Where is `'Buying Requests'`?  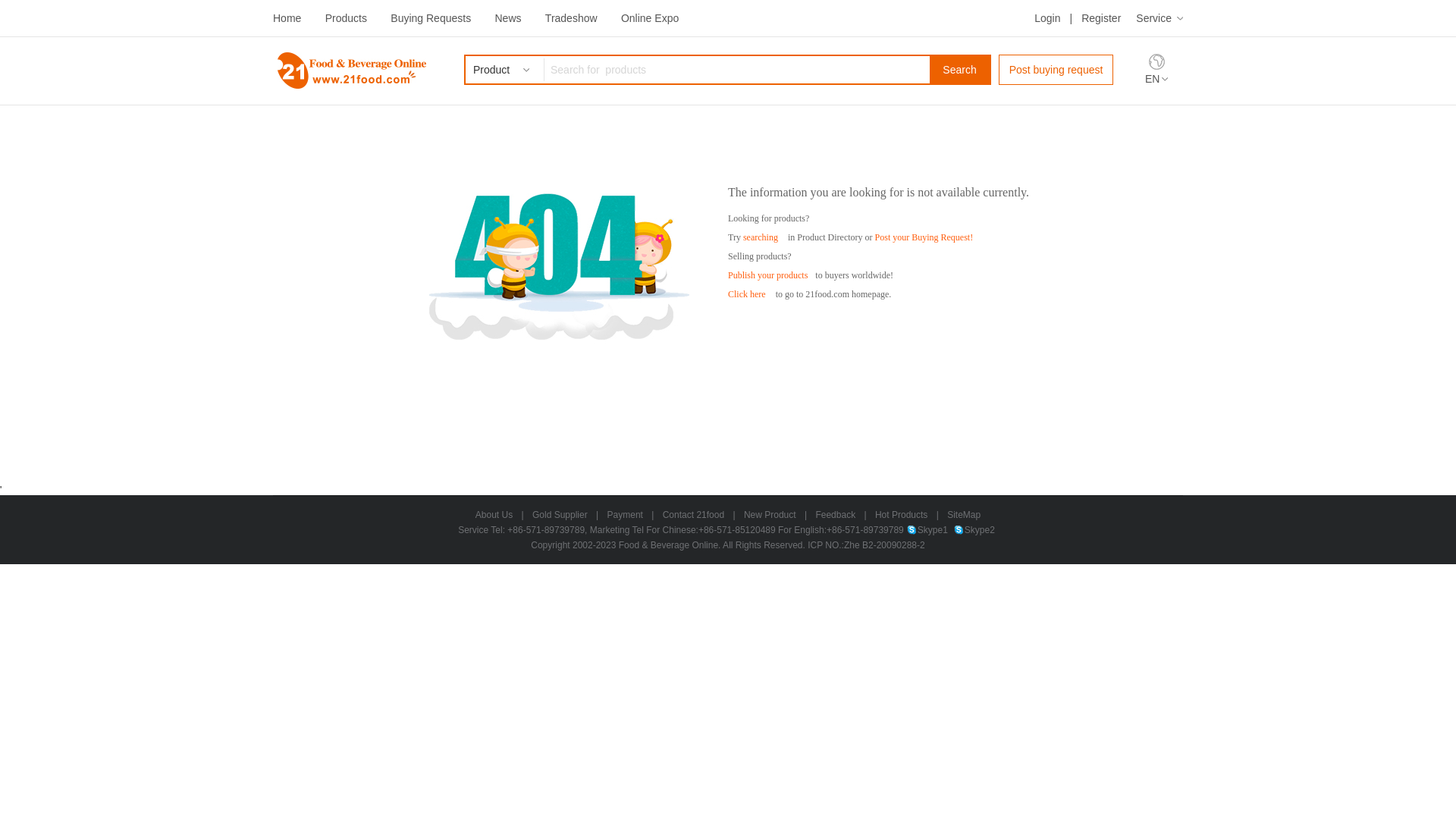 'Buying Requests' is located at coordinates (429, 17).